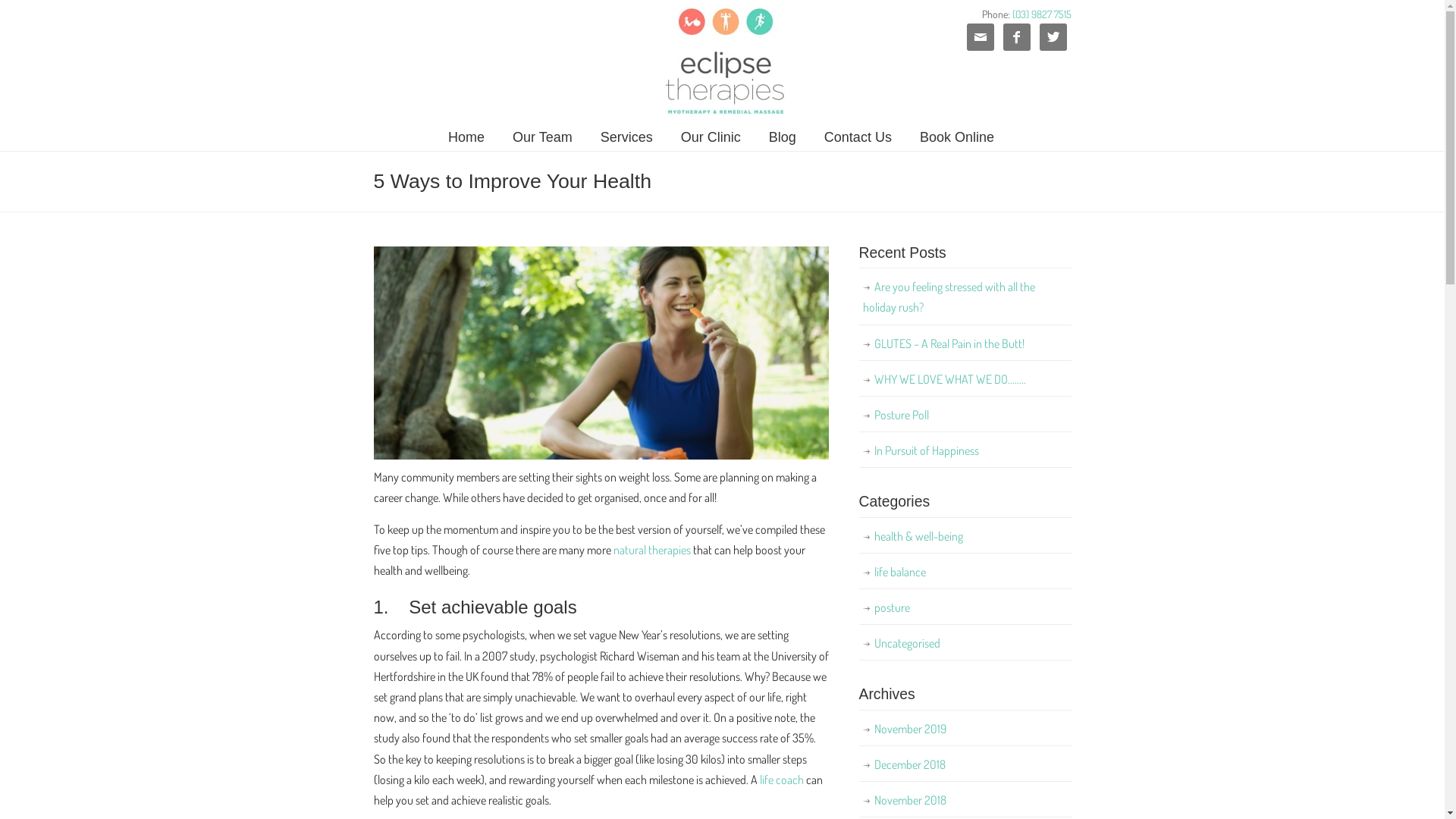 The width and height of the screenshot is (1456, 819). I want to click on 'In Pursuit of Happiness', so click(964, 450).